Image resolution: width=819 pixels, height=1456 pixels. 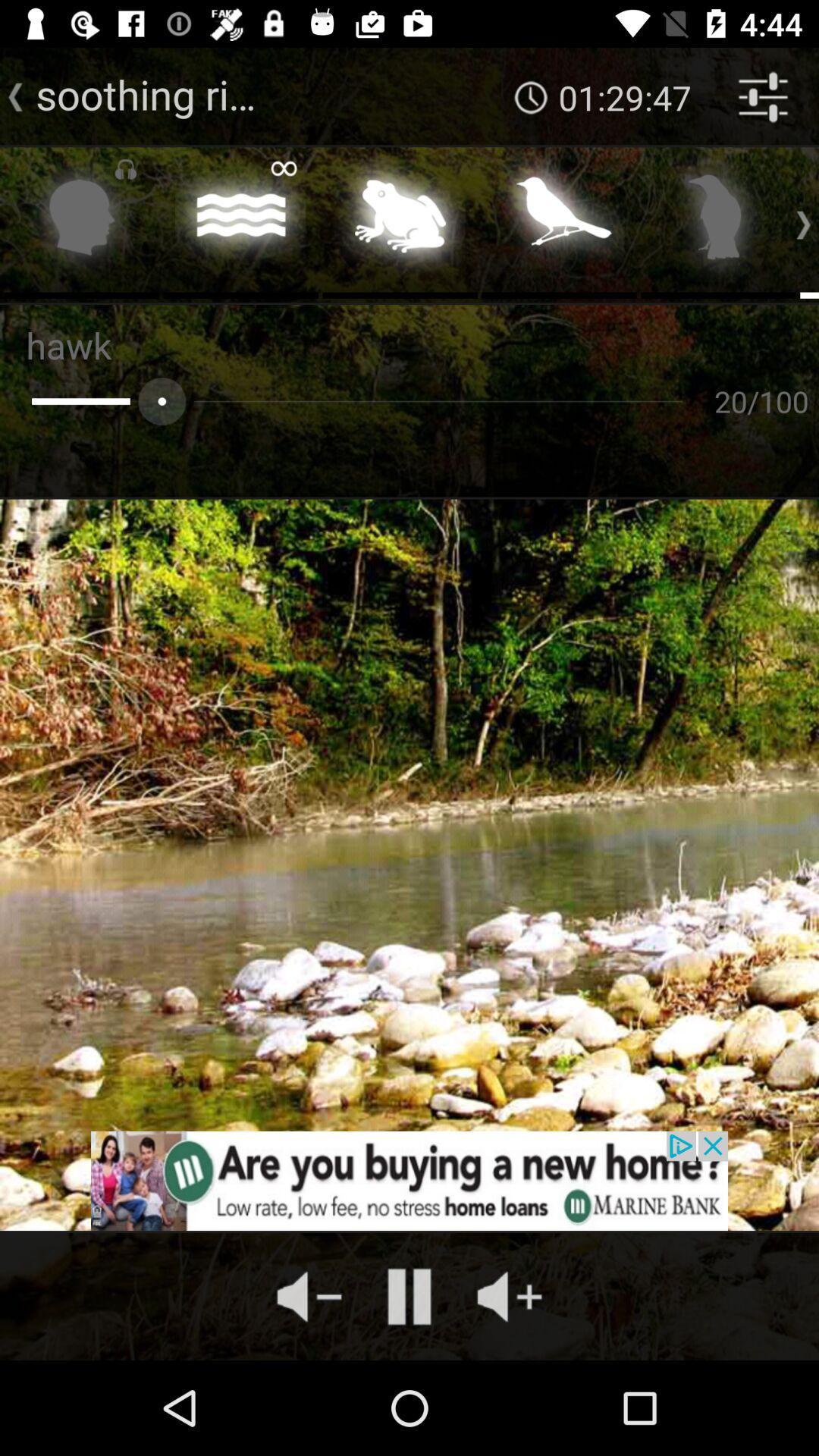 What do you see at coordinates (559, 221) in the screenshot?
I see `bird sounds` at bounding box center [559, 221].